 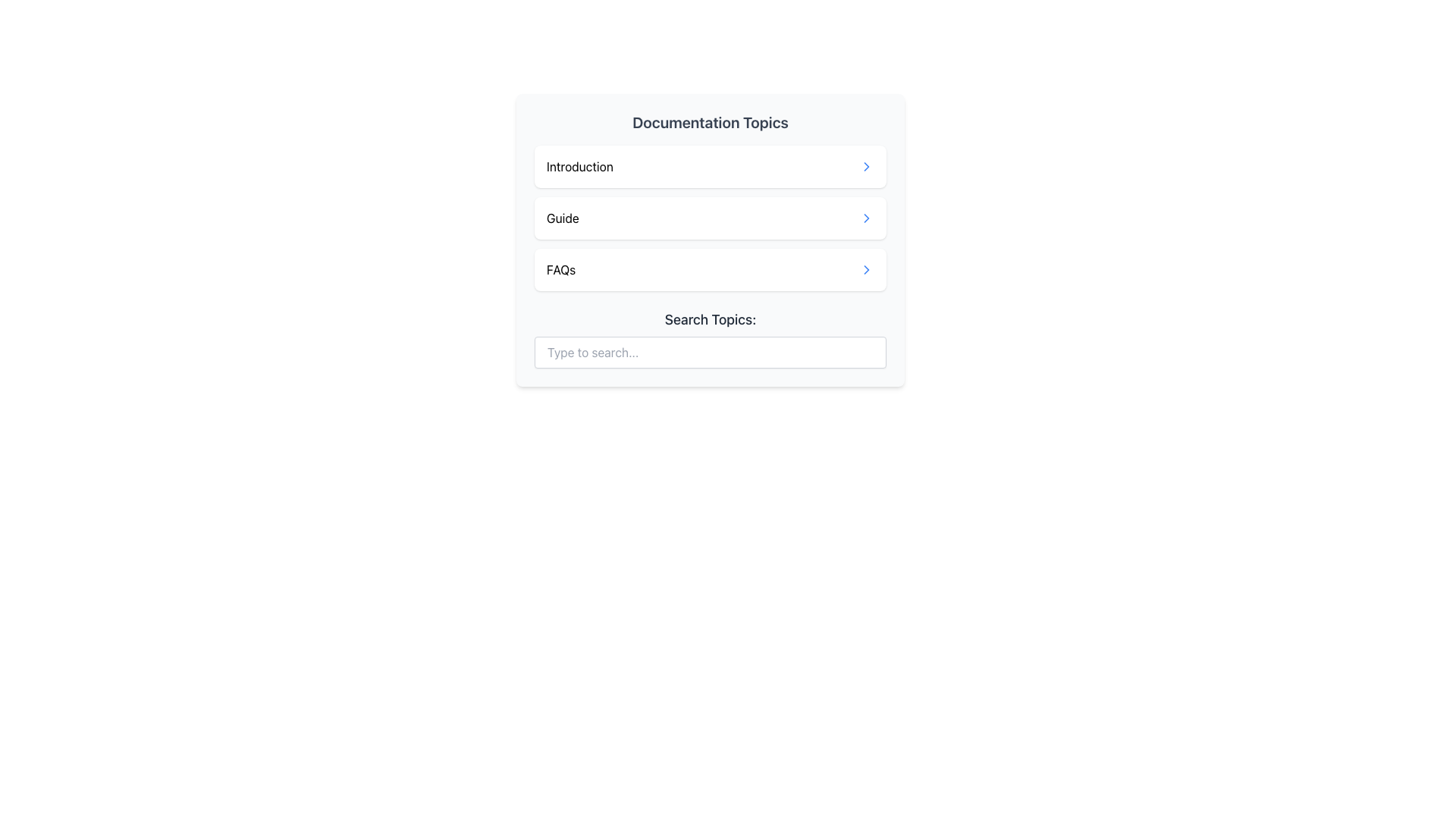 What do you see at coordinates (866, 268) in the screenshot?
I see `the vector graphic icon representing the navigation indicator associated with the 'FAQs' line` at bounding box center [866, 268].